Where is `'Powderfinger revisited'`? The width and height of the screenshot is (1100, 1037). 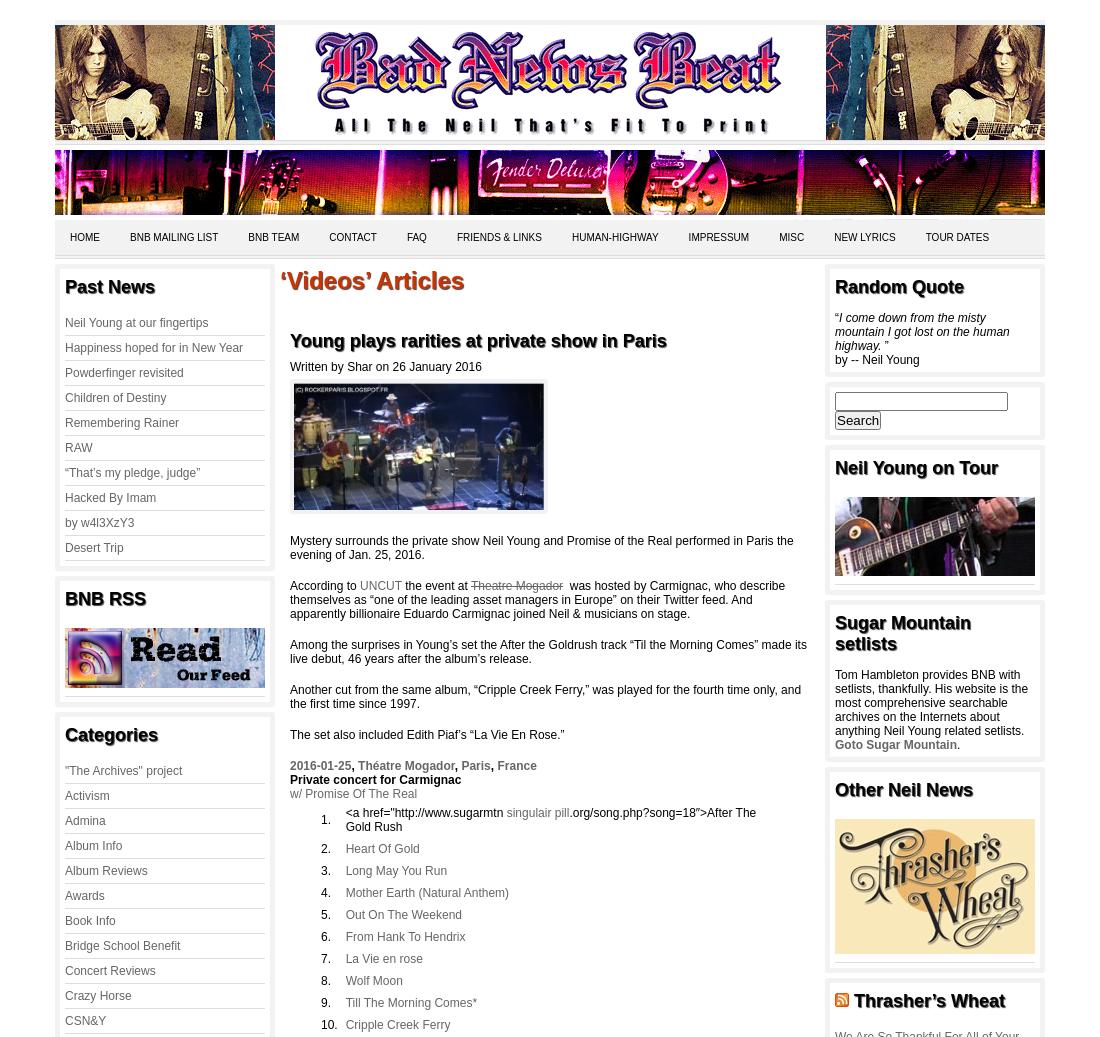
'Powderfinger revisited' is located at coordinates (123, 372).